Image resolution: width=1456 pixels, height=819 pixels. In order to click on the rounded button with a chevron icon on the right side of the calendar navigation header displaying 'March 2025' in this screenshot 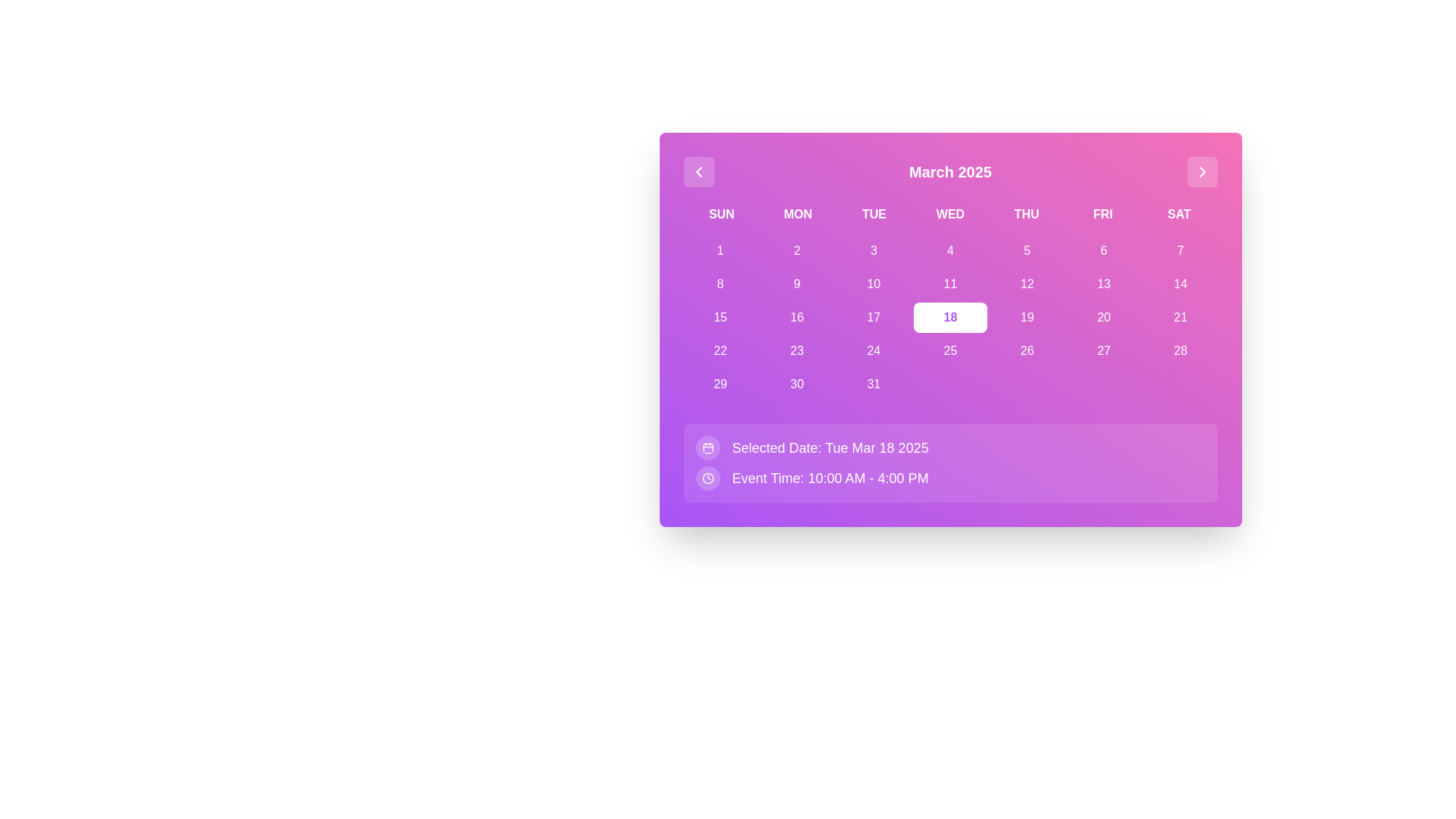, I will do `click(1201, 171)`.